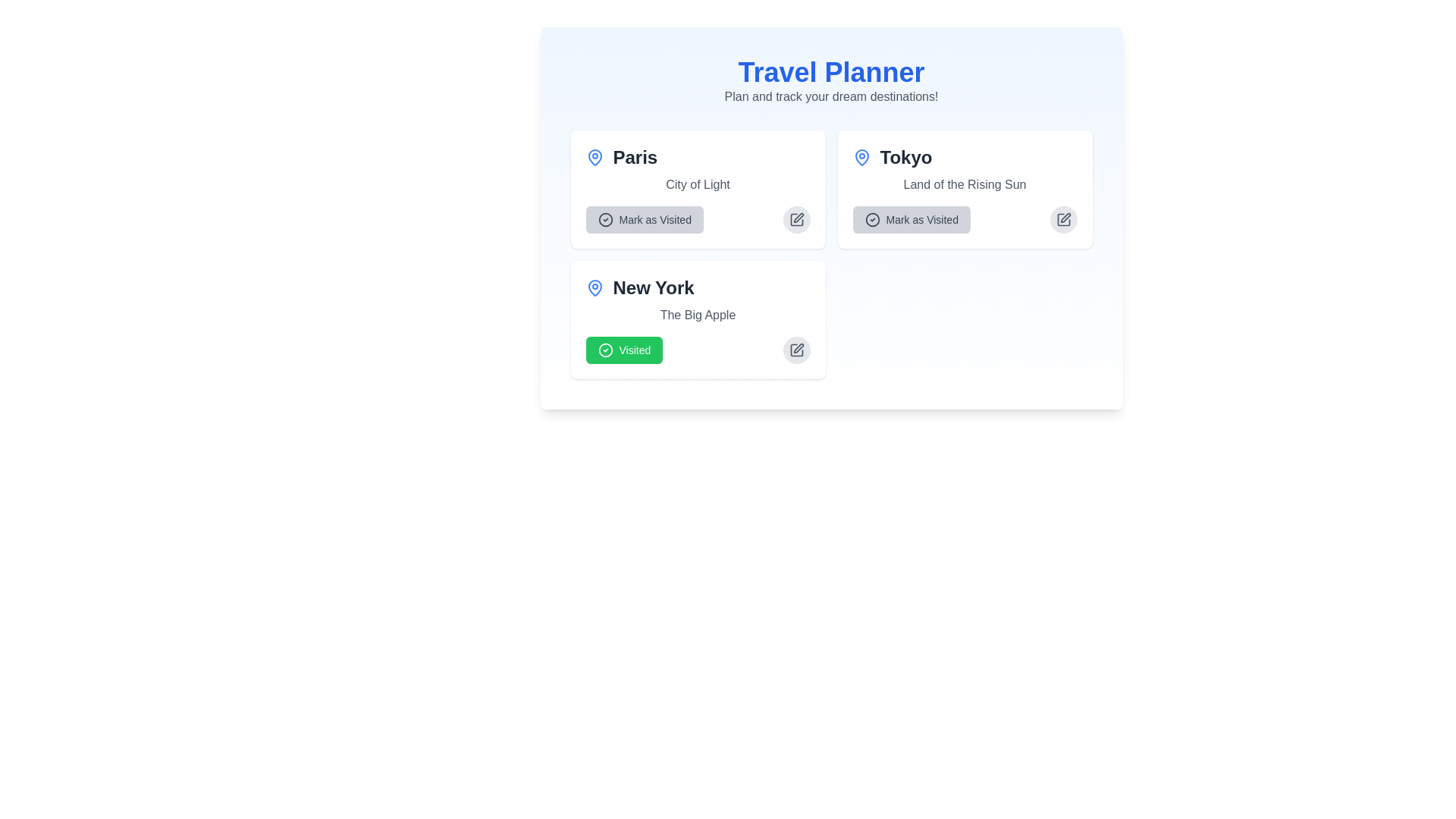 This screenshot has height=819, width=1456. What do you see at coordinates (635, 158) in the screenshot?
I see `the destination using the text label 'Paris' located` at bounding box center [635, 158].